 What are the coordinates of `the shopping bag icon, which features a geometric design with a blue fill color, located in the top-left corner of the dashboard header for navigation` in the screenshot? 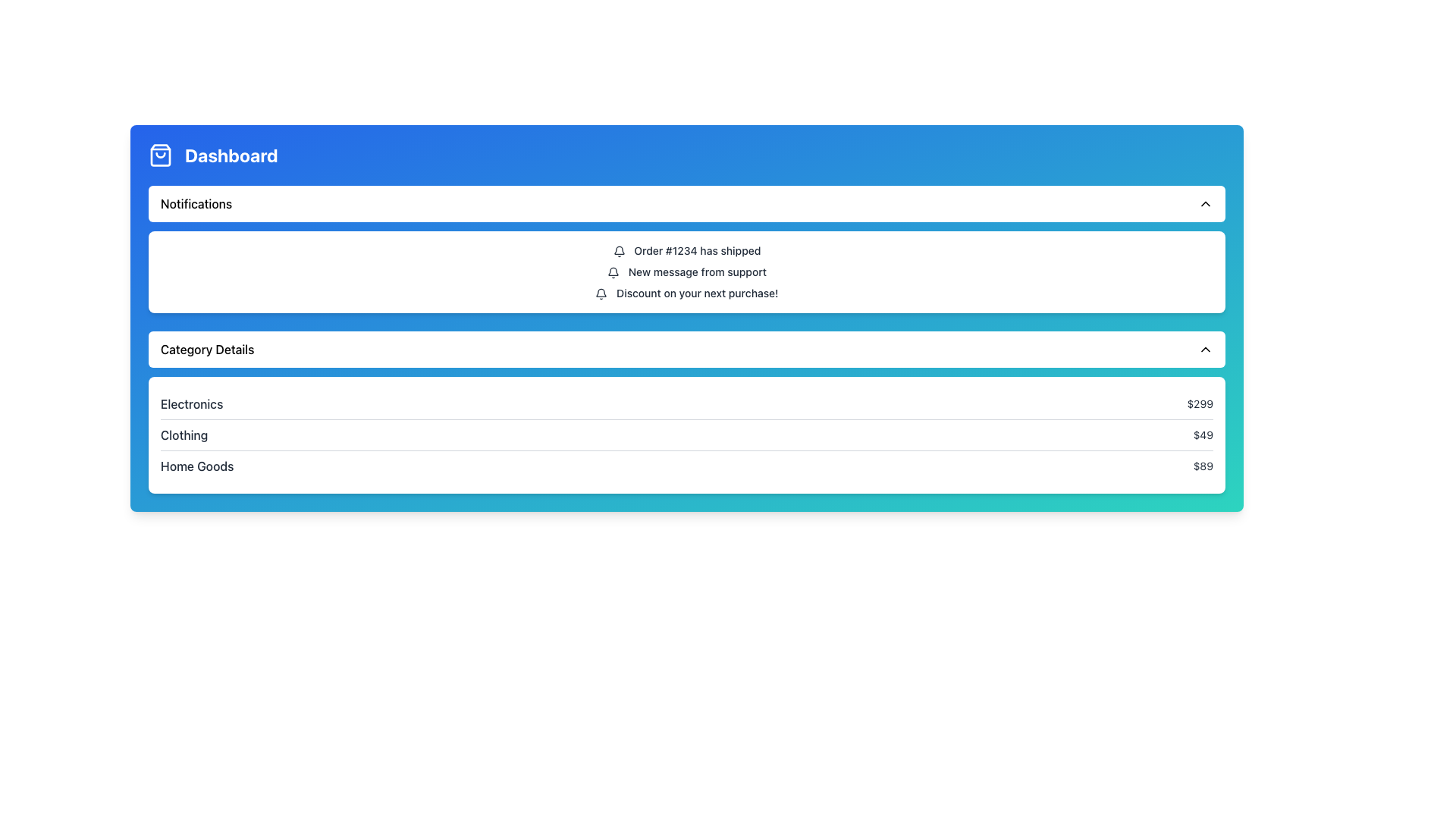 It's located at (160, 155).